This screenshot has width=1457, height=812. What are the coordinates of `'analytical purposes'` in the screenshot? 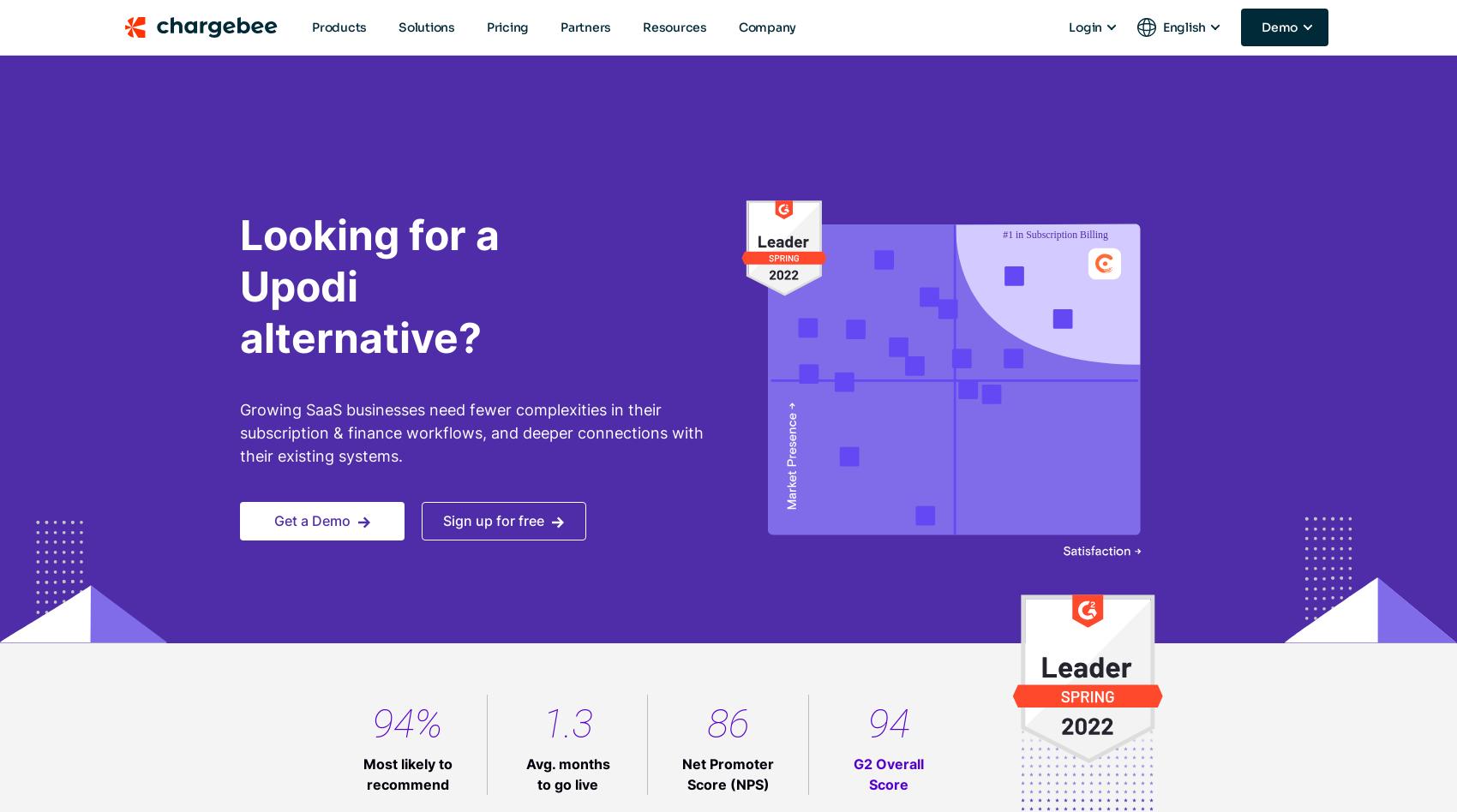 It's located at (596, 295).